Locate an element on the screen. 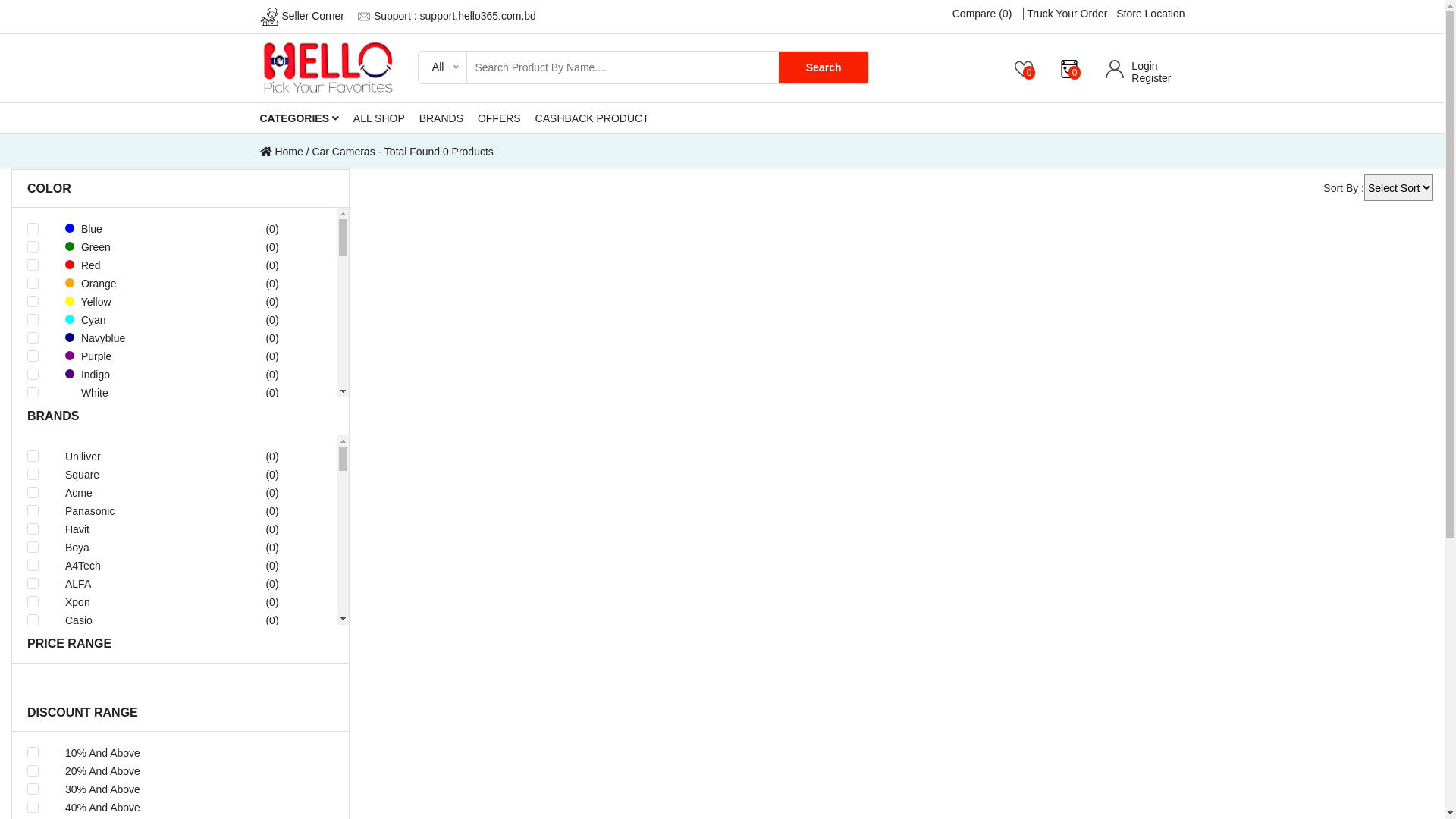 The width and height of the screenshot is (1456, 819). 'Car Cameras' is located at coordinates (342, 152).